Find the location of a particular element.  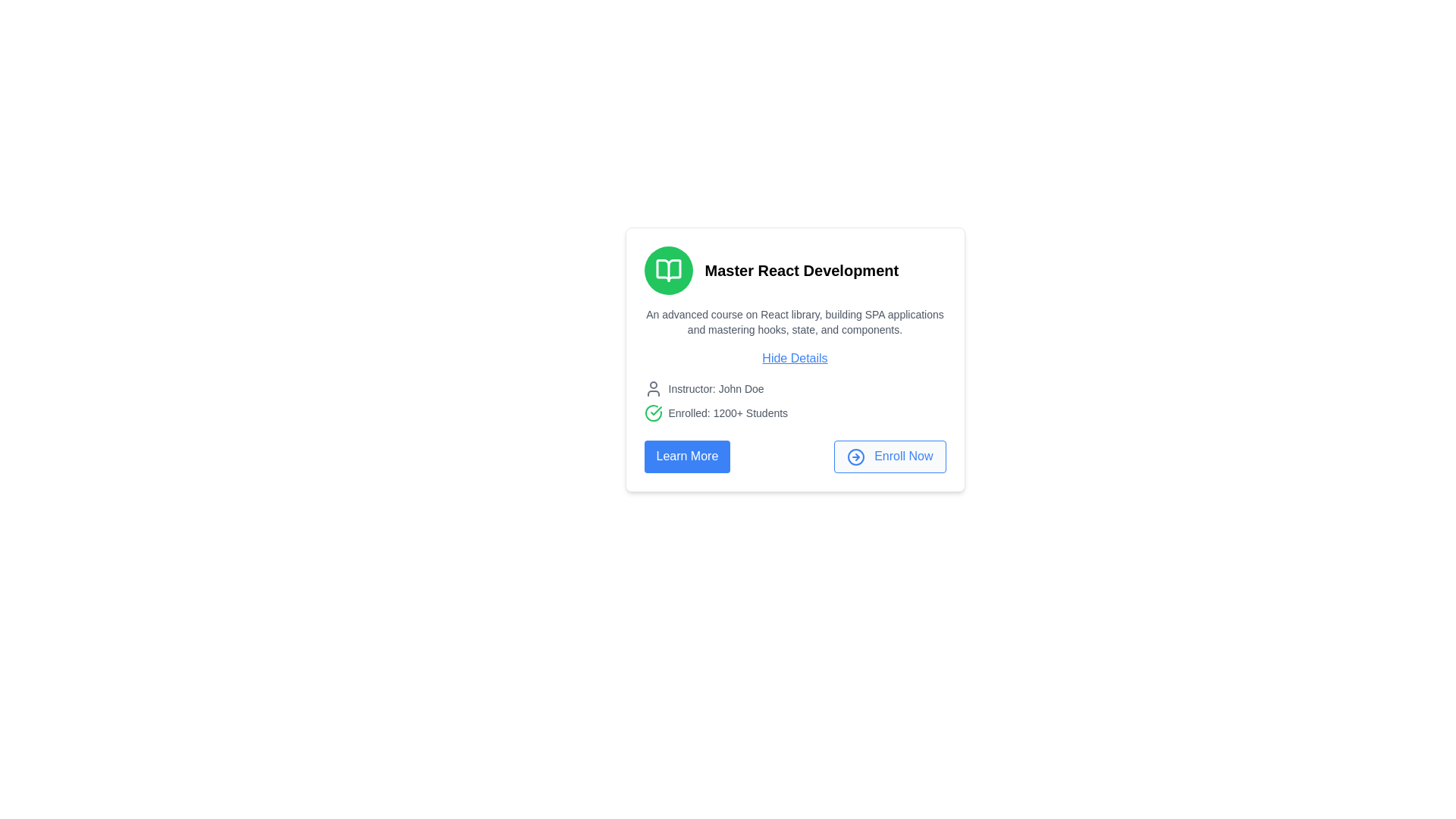

the icon representing the instructor, which is positioned to the left of the text 'Instructor: John Doe' is located at coordinates (653, 388).